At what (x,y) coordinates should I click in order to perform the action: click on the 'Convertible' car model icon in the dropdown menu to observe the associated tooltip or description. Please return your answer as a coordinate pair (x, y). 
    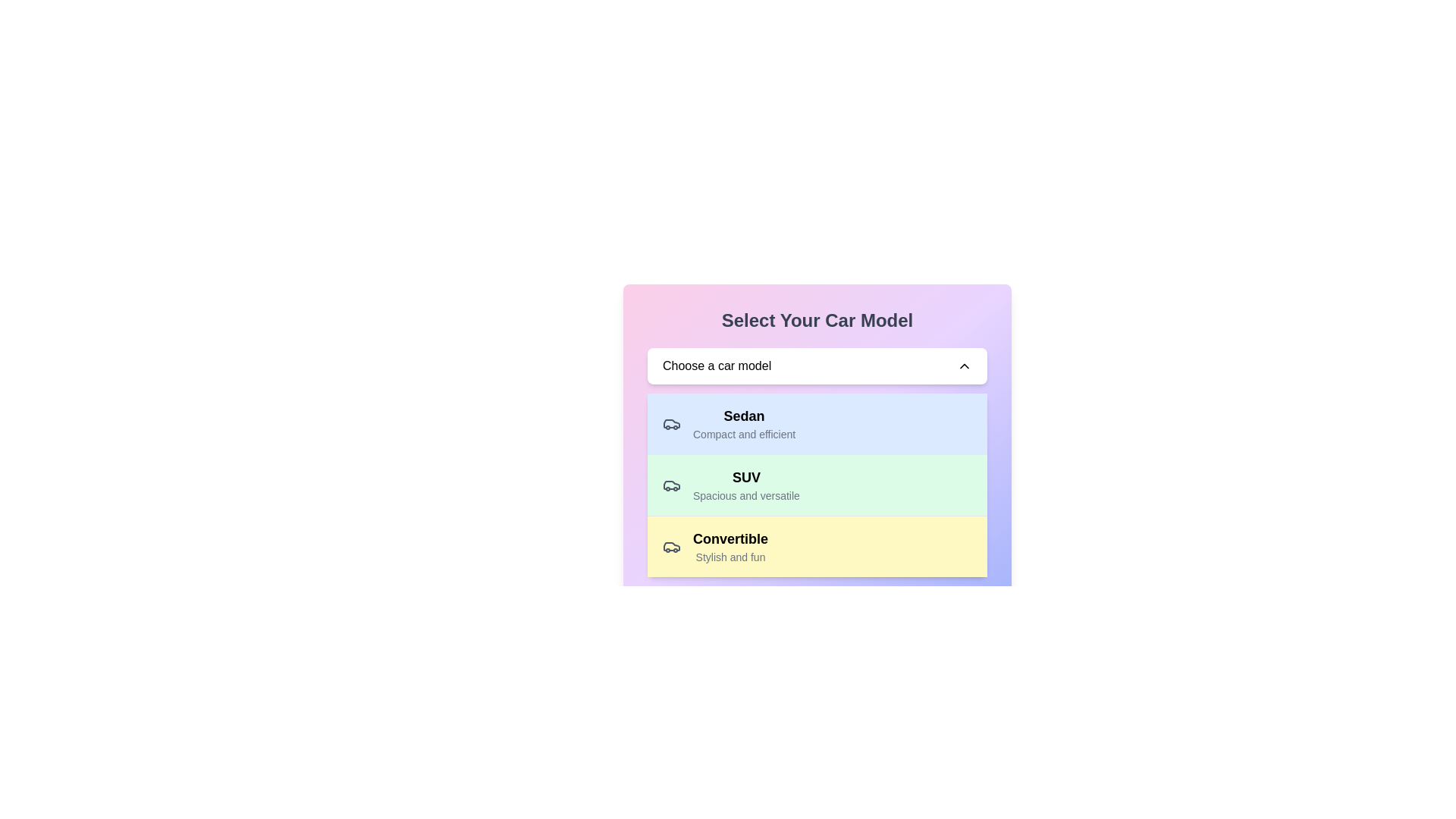
    Looking at the image, I should click on (671, 547).